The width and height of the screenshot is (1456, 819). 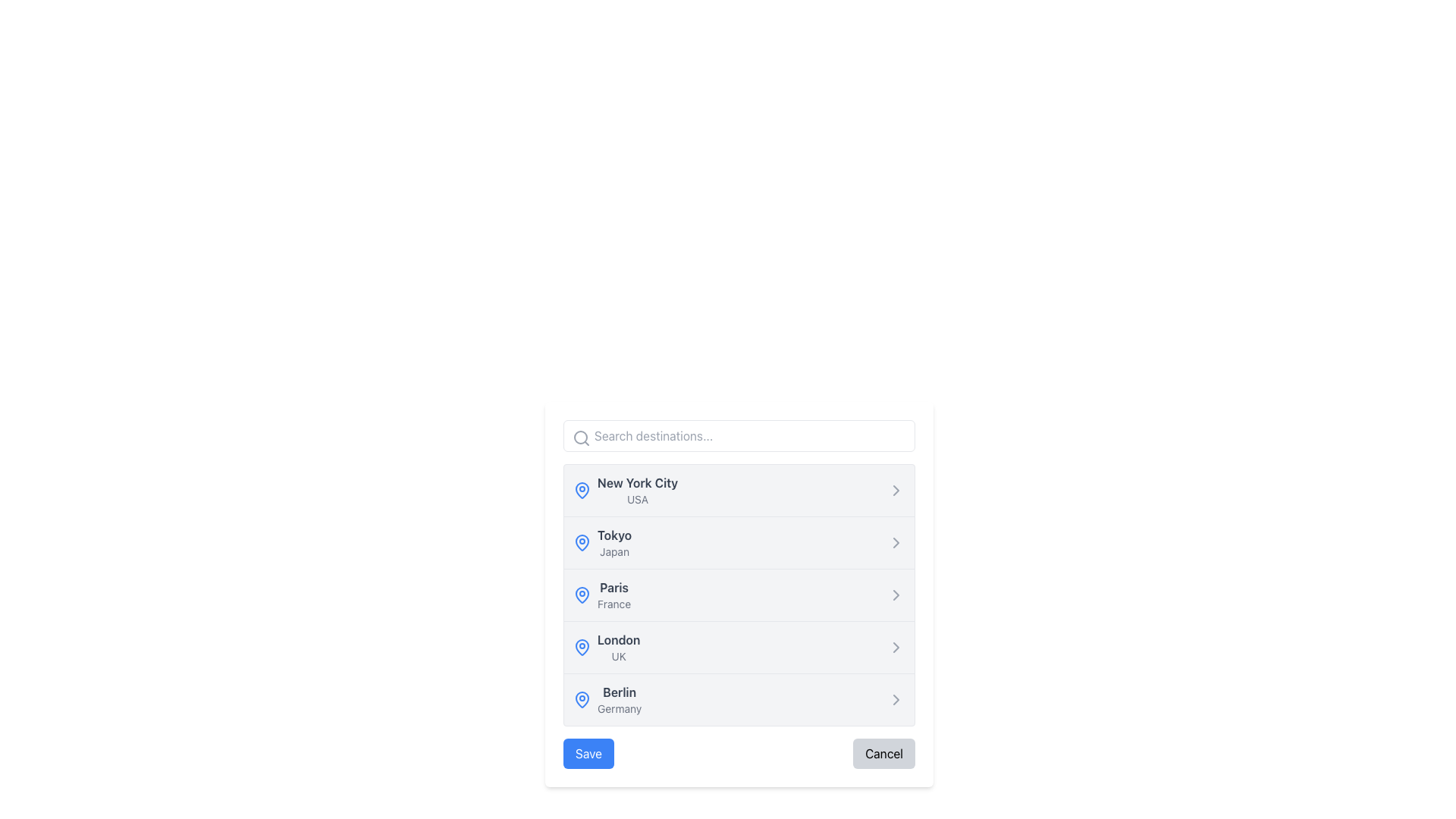 What do you see at coordinates (896, 699) in the screenshot?
I see `the right-oriented chevron icon in the fifth list item labeled 'Berlin, Germany'` at bounding box center [896, 699].